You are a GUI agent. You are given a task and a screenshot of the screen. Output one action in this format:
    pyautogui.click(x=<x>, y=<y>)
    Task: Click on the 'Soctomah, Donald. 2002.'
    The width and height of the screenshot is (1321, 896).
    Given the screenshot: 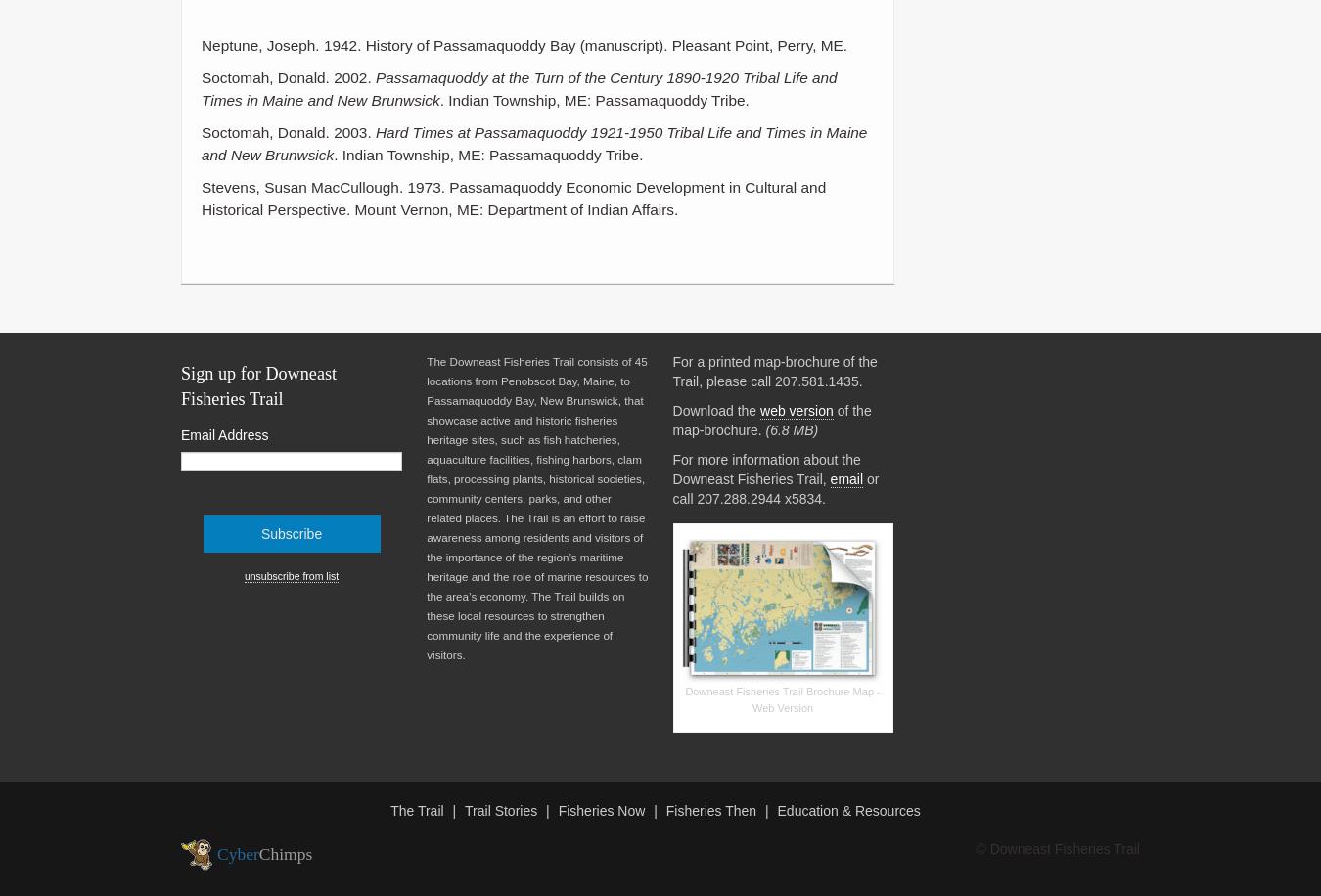 What is the action you would take?
    pyautogui.click(x=202, y=75)
    